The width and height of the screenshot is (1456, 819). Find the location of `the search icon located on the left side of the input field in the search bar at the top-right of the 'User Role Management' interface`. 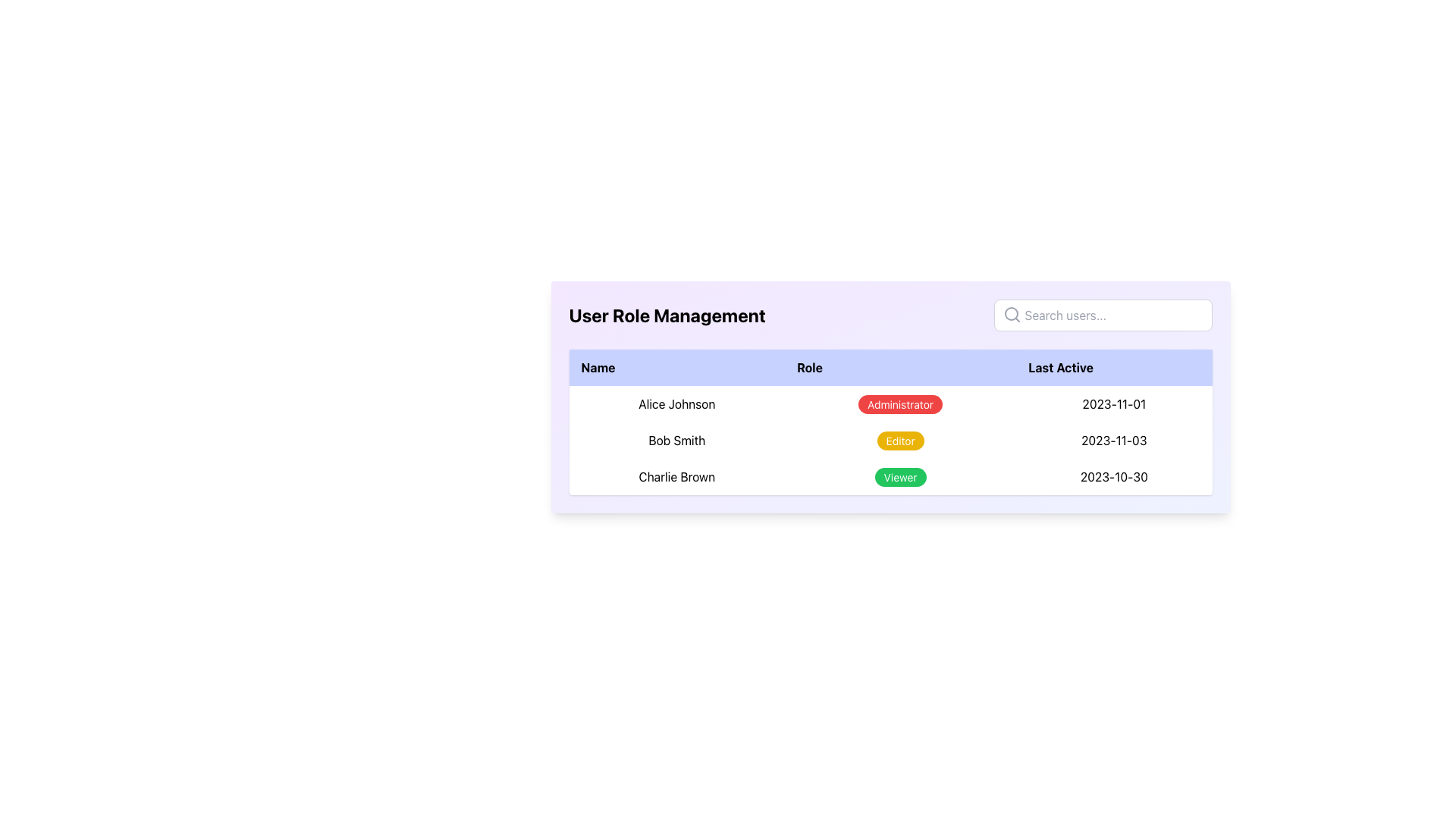

the search icon located on the left side of the input field in the search bar at the top-right of the 'User Role Management' interface is located at coordinates (1012, 314).